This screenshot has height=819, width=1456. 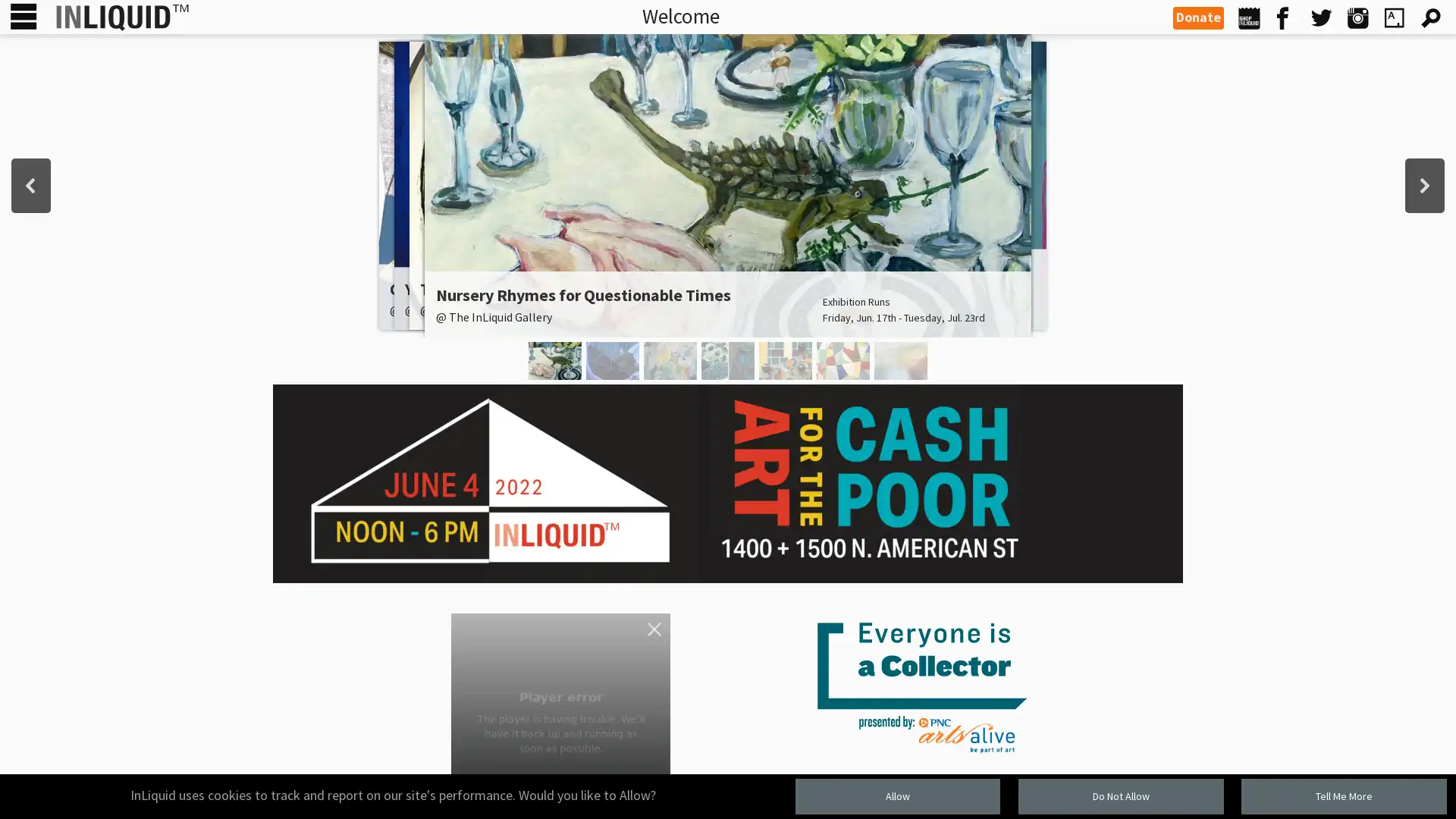 What do you see at coordinates (1423, 185) in the screenshot?
I see `next arrow` at bounding box center [1423, 185].